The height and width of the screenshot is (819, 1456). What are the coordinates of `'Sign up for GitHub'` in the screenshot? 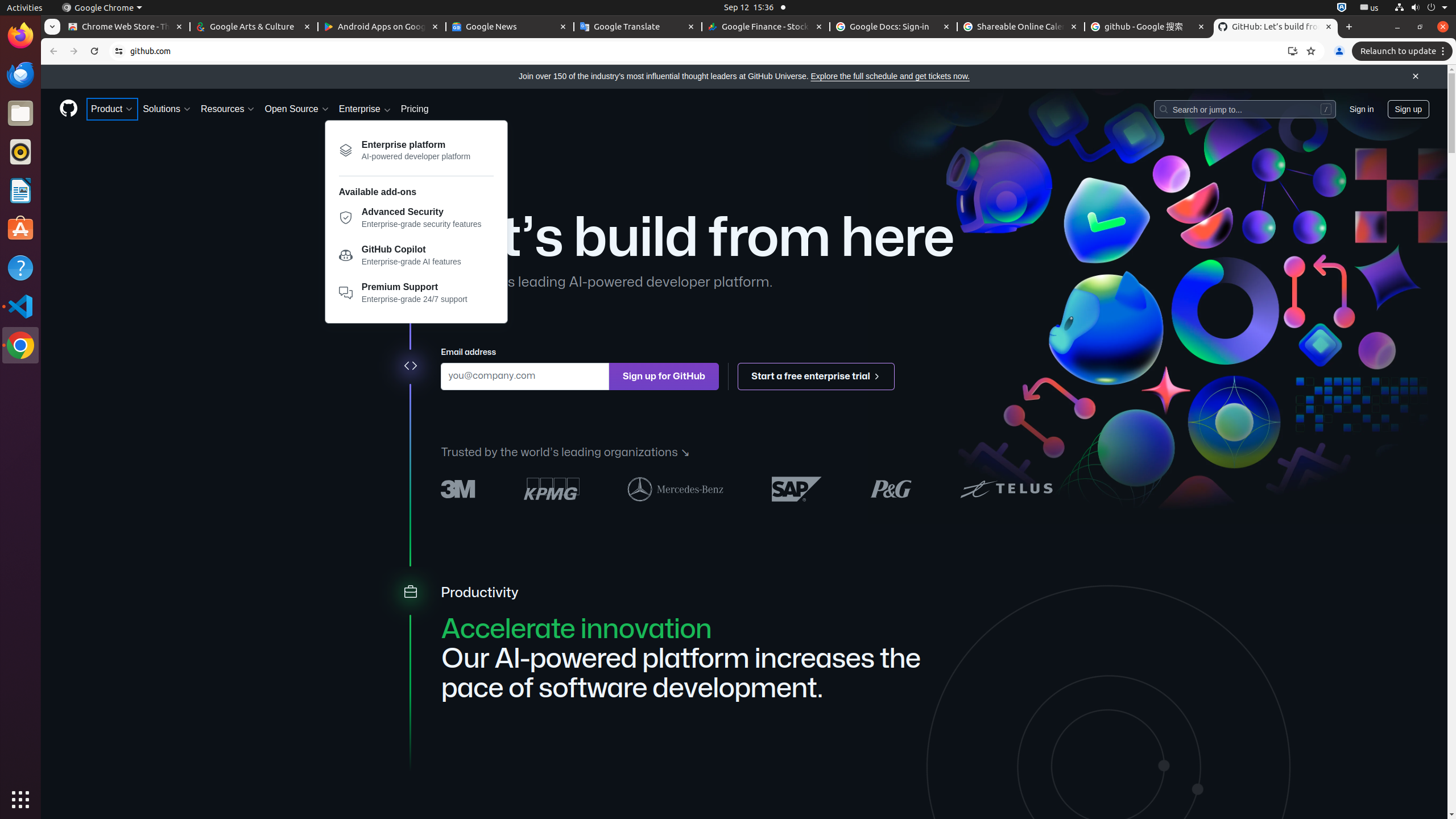 It's located at (663, 375).